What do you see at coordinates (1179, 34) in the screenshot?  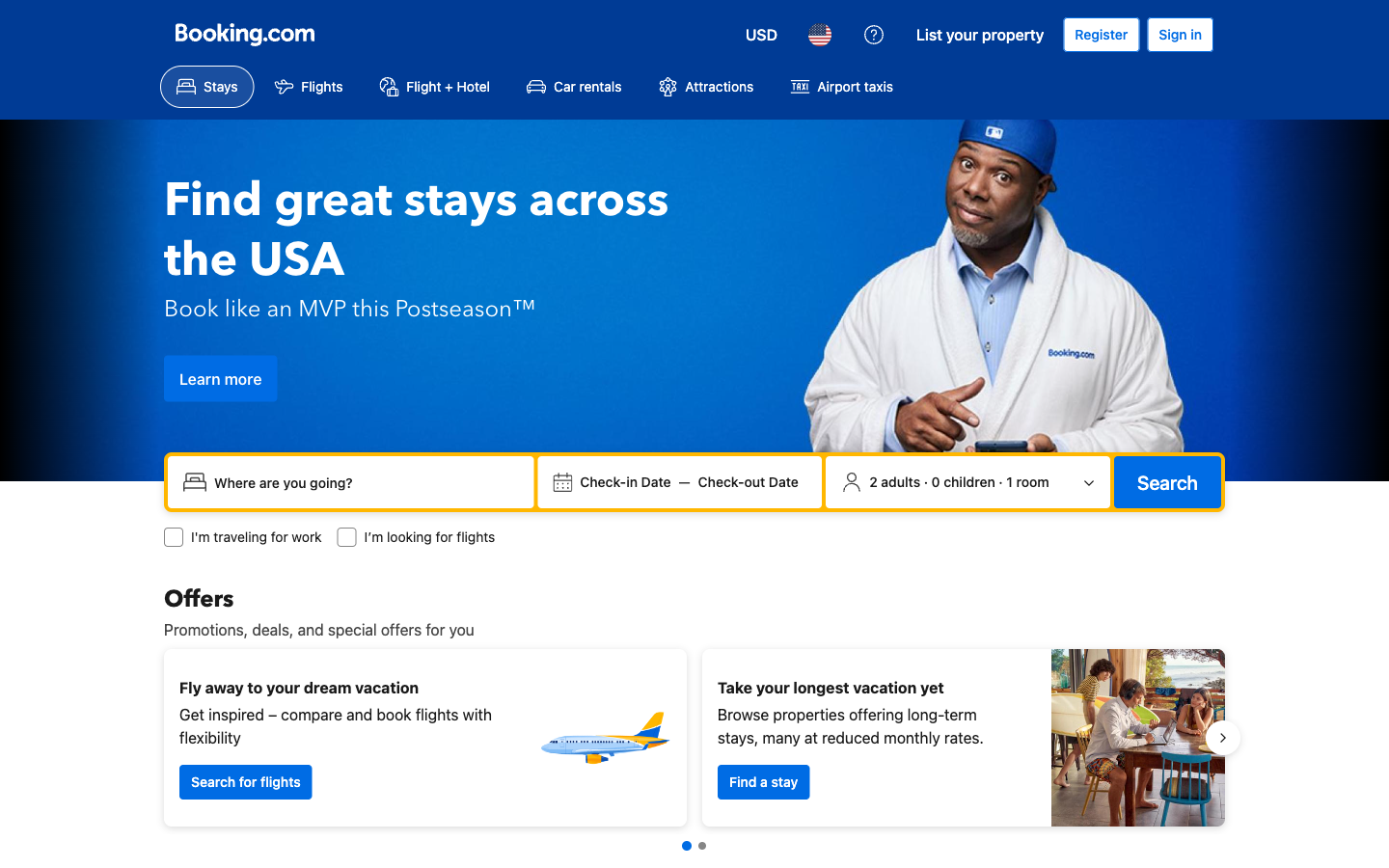 I see `my account login` at bounding box center [1179, 34].